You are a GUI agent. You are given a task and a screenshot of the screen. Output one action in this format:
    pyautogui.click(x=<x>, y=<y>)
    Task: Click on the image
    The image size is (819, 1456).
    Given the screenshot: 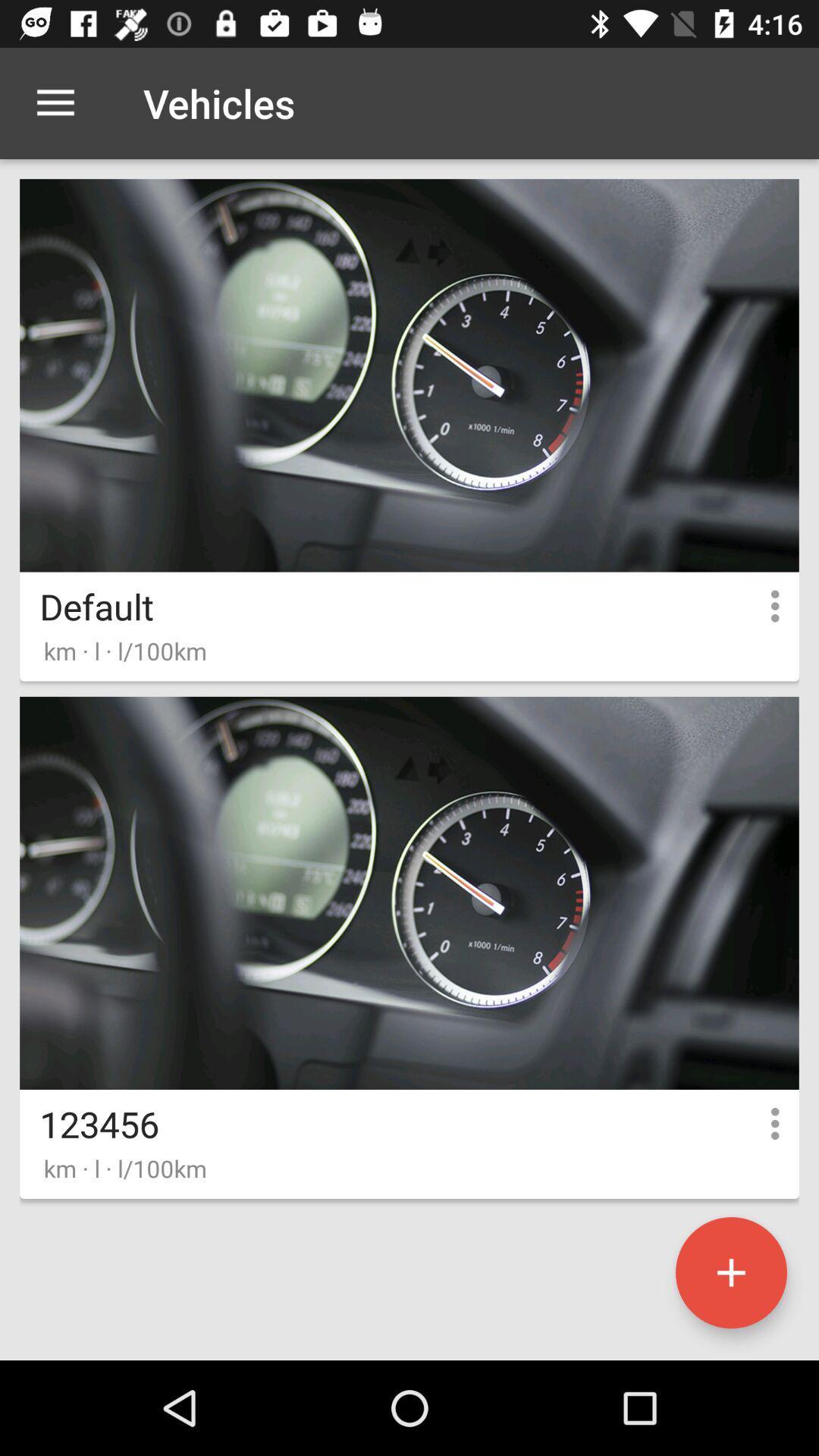 What is the action you would take?
    pyautogui.click(x=730, y=1272)
    